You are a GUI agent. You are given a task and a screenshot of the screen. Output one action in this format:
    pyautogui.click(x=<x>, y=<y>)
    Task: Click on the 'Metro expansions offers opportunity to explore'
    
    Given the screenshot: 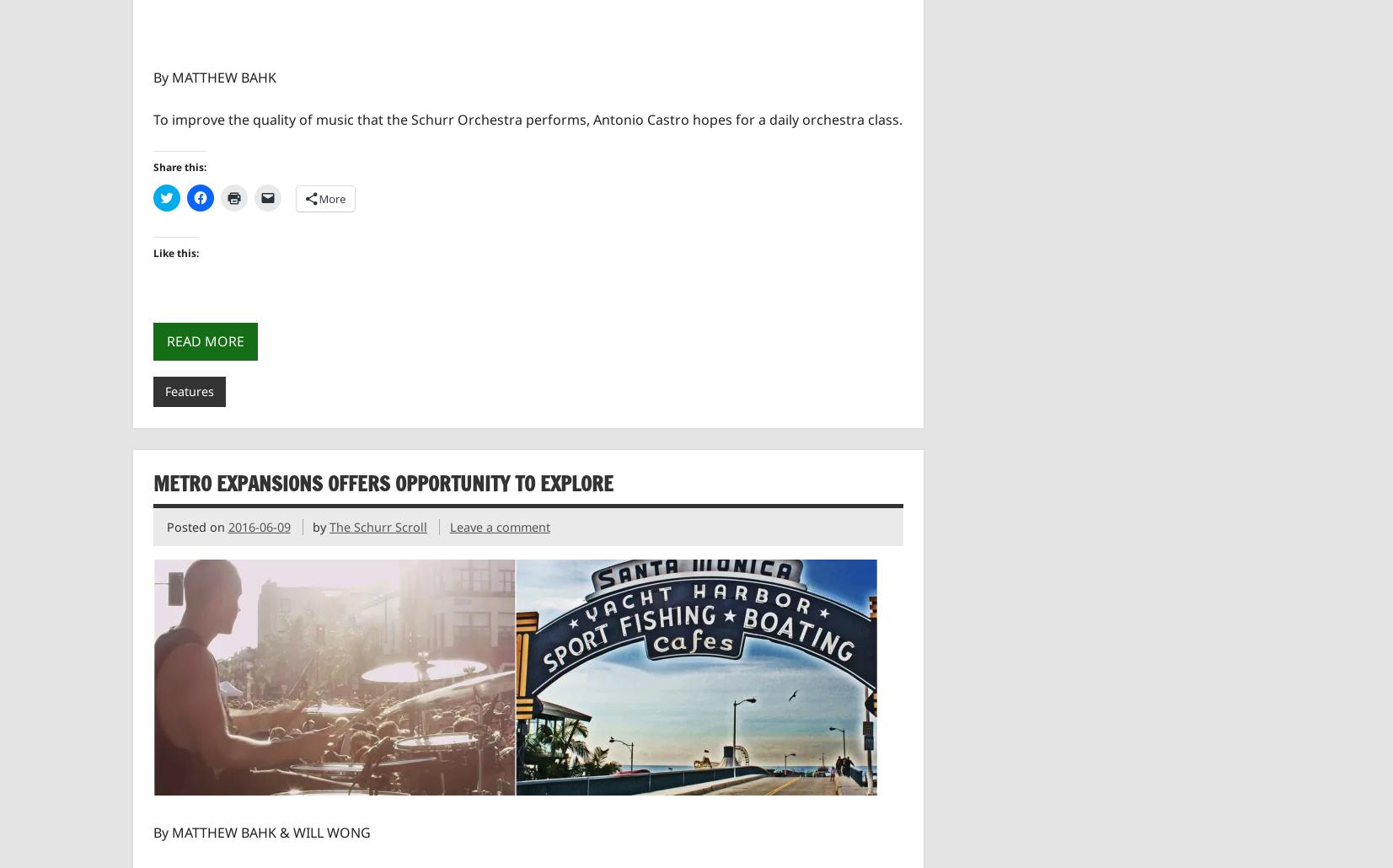 What is the action you would take?
    pyautogui.click(x=382, y=482)
    